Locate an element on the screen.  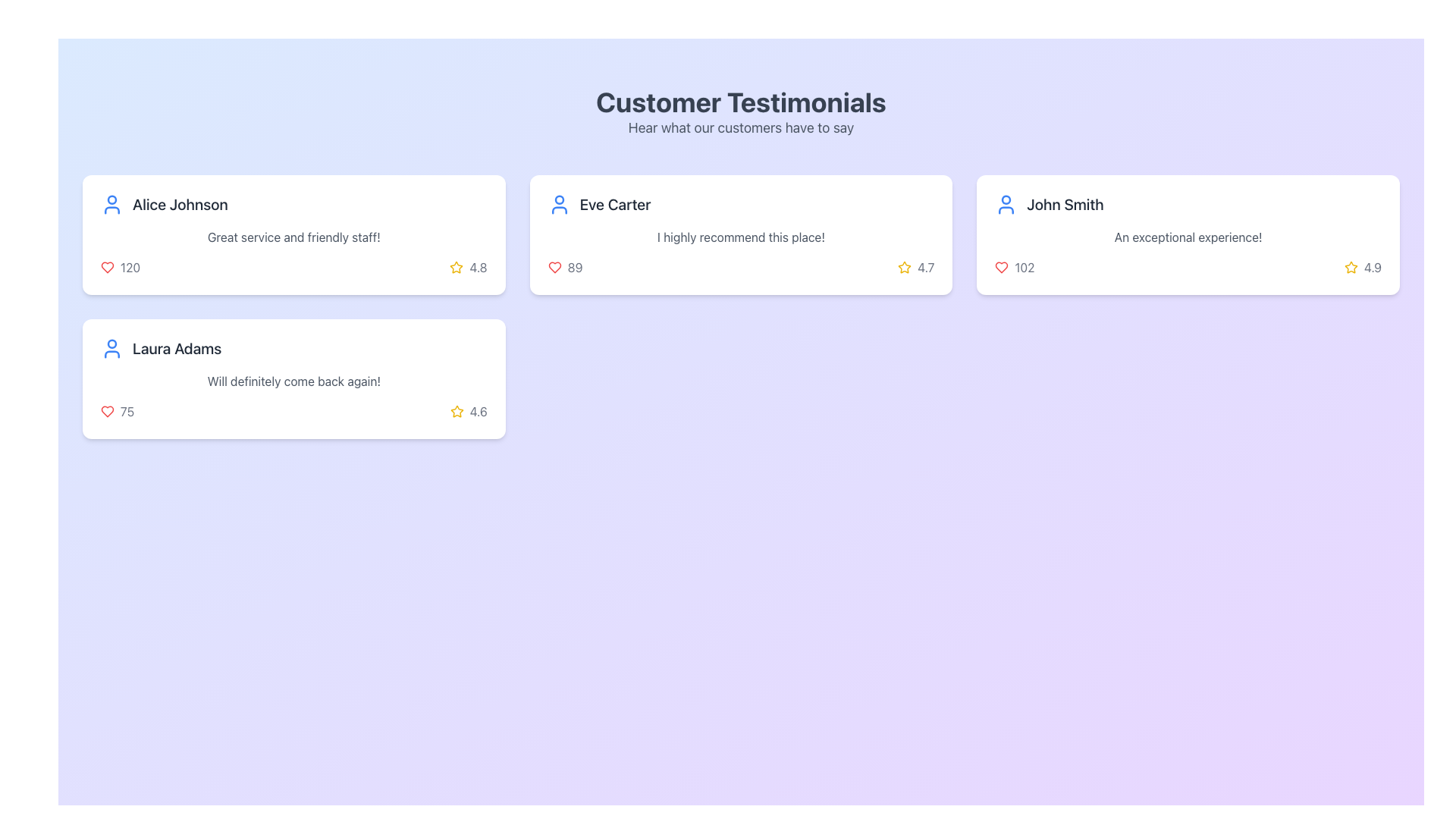
the red heart icon with the number '120' located in the first card under the title 'Alice Johnson' is located at coordinates (120, 267).